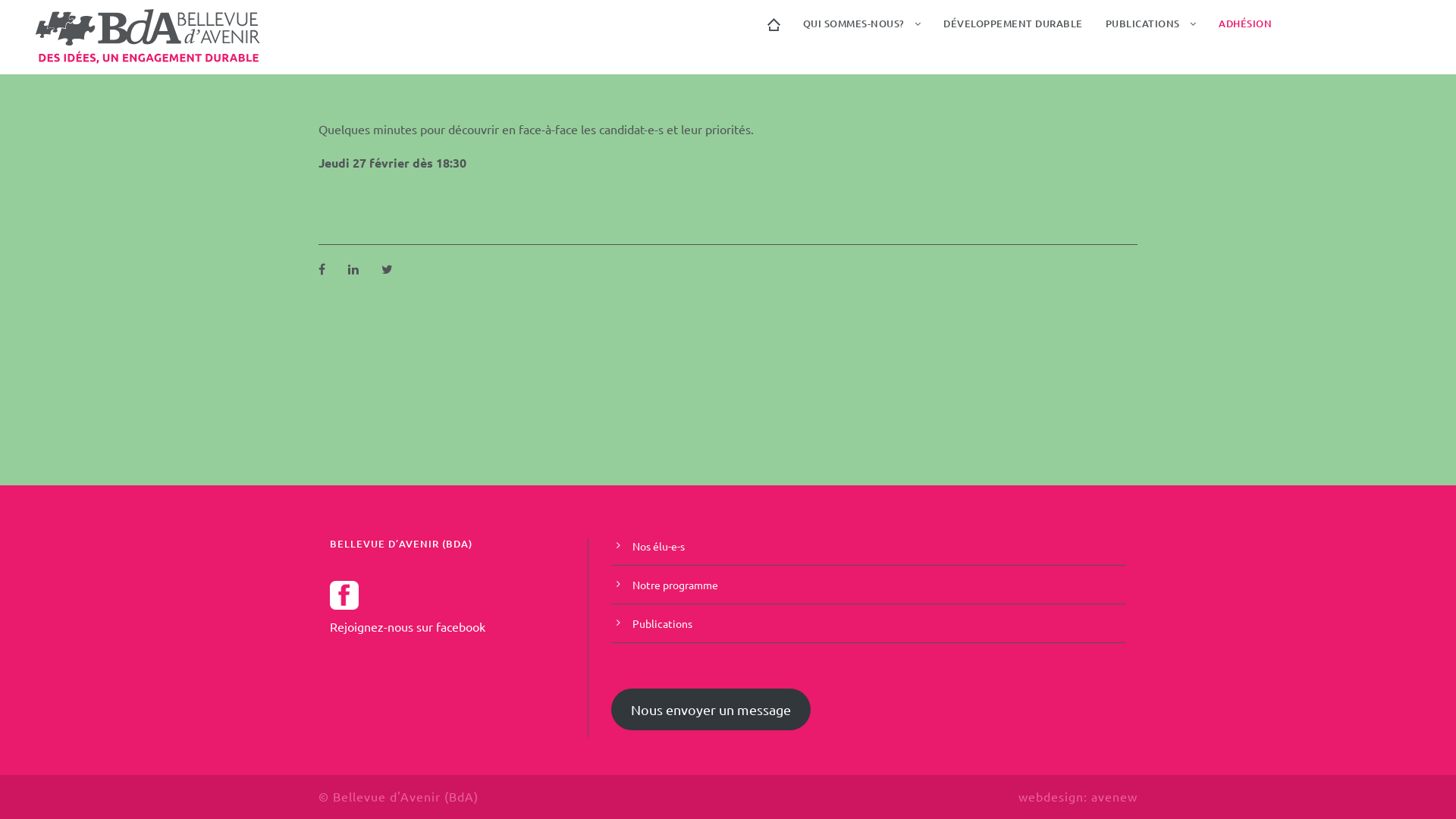 Image resolution: width=1456 pixels, height=819 pixels. Describe the element at coordinates (801, 31) in the screenshot. I see `'QUI SOMMES-NOUS?'` at that location.